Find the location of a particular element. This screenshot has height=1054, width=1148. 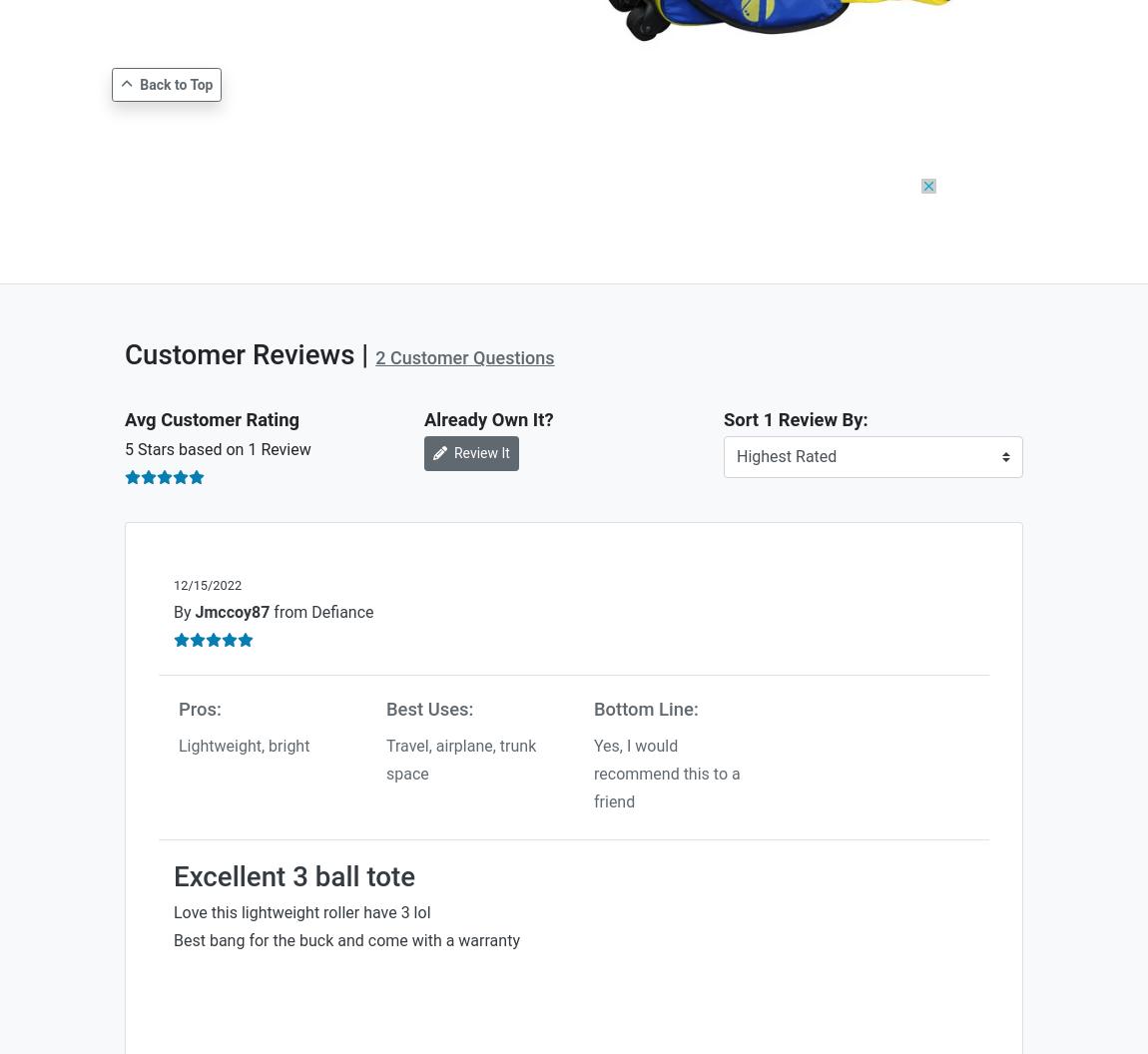

'Best Uses:' is located at coordinates (385, 709).